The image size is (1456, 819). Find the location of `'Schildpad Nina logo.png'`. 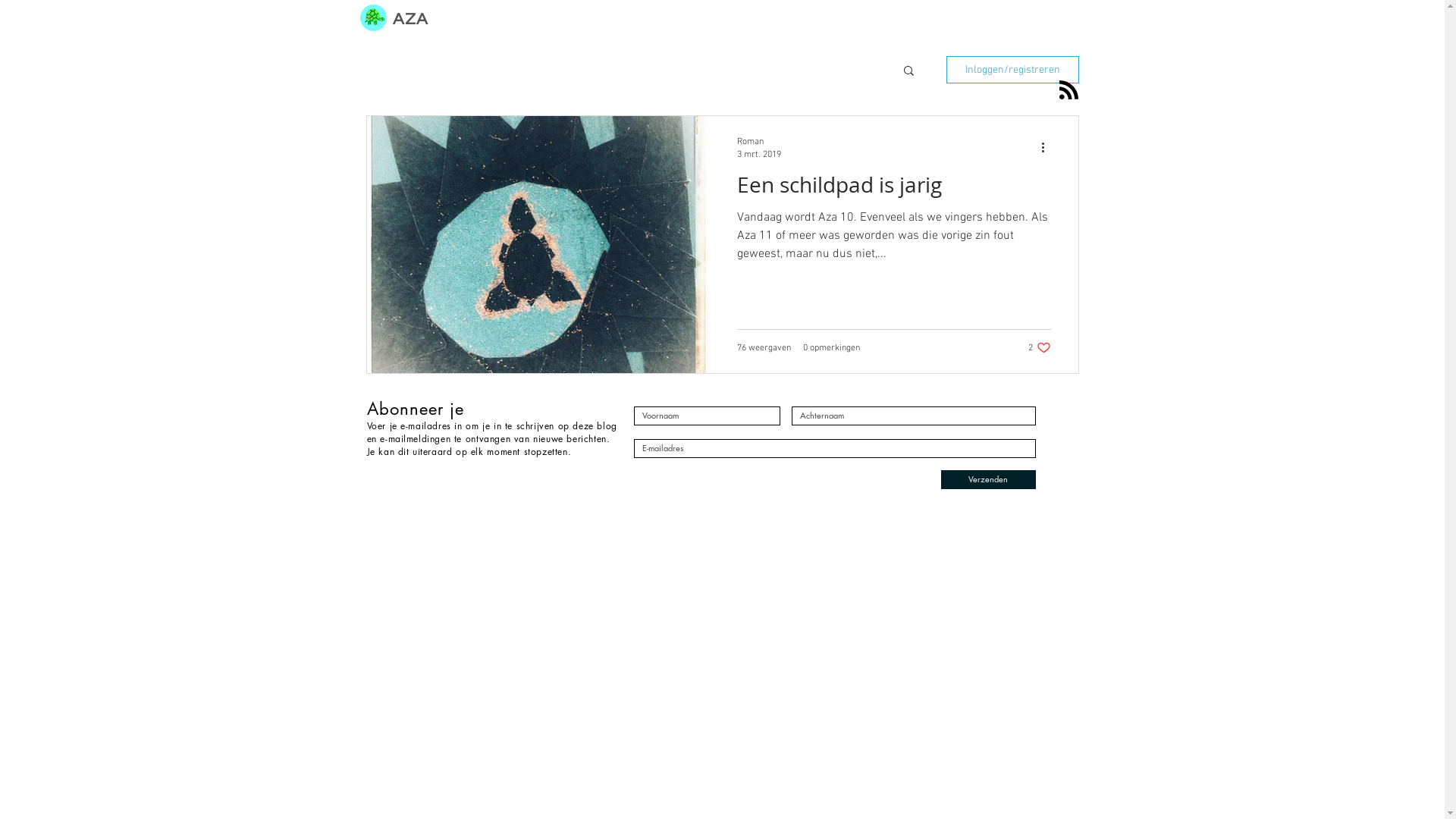

'Schildpad Nina logo.png' is located at coordinates (359, 17).